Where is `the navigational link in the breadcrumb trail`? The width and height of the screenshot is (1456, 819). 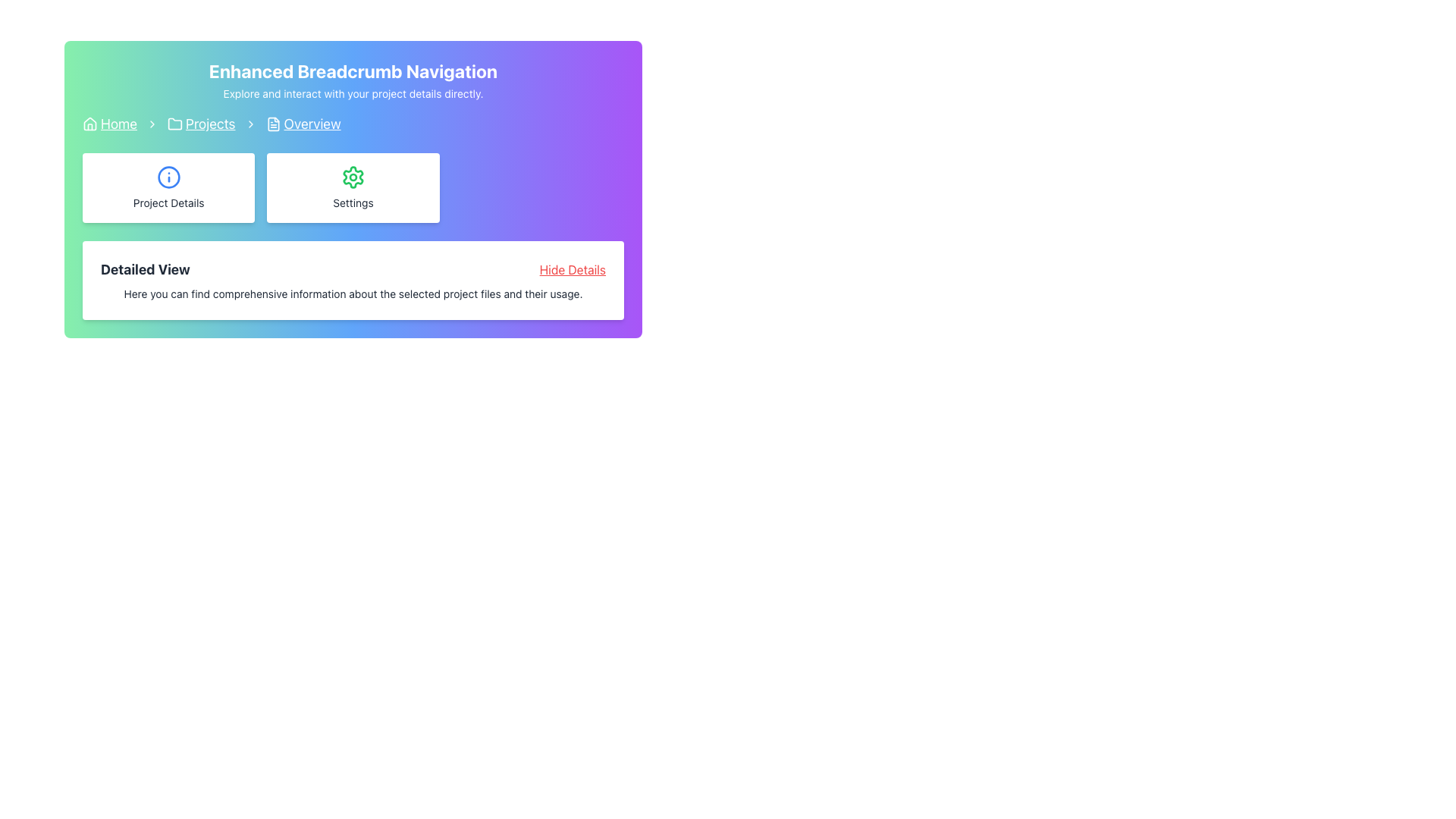 the navigational link in the breadcrumb trail is located at coordinates (303, 124).